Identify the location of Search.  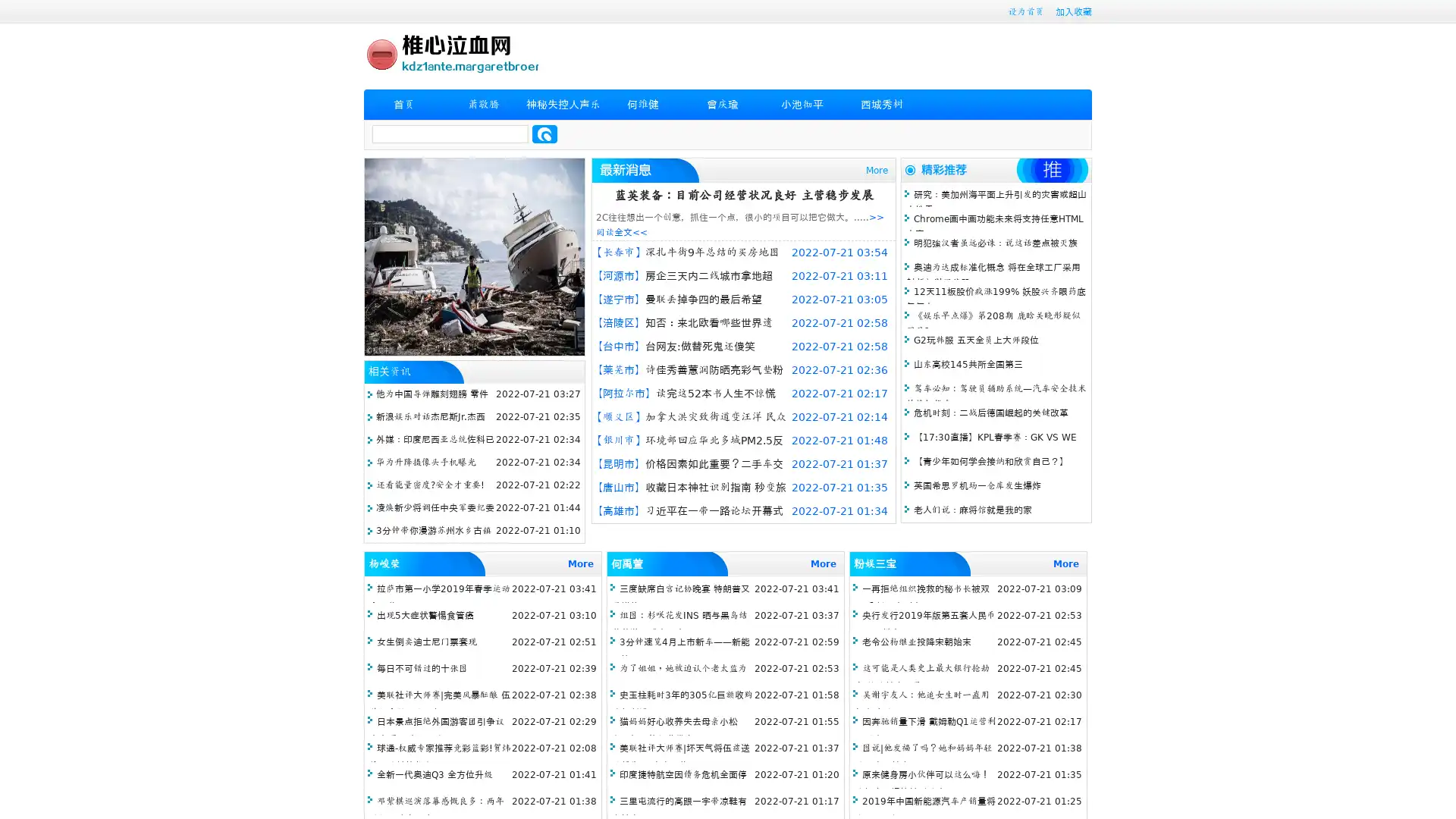
(544, 133).